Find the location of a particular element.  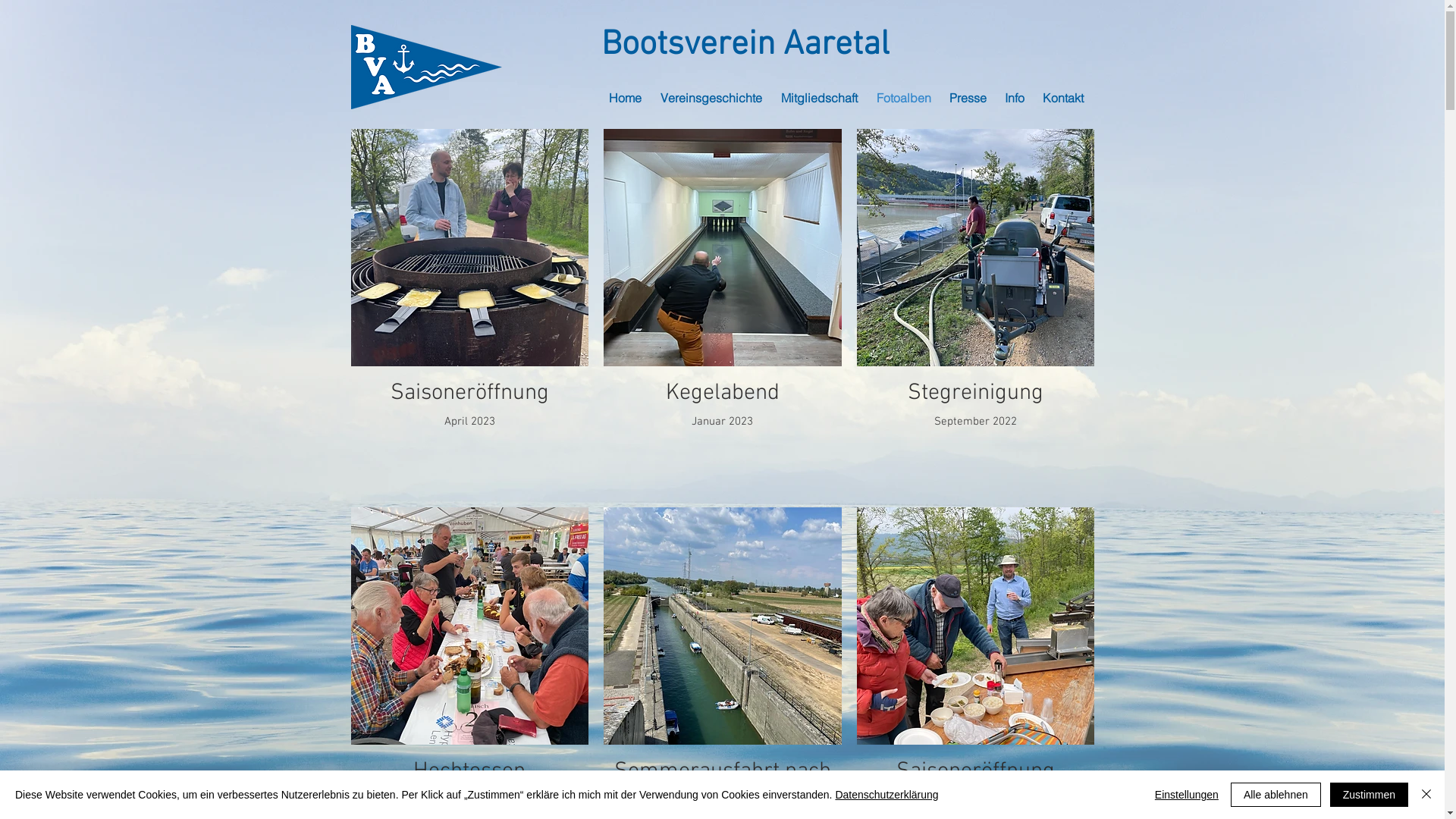

'Zustimmen' is located at coordinates (1369, 794).